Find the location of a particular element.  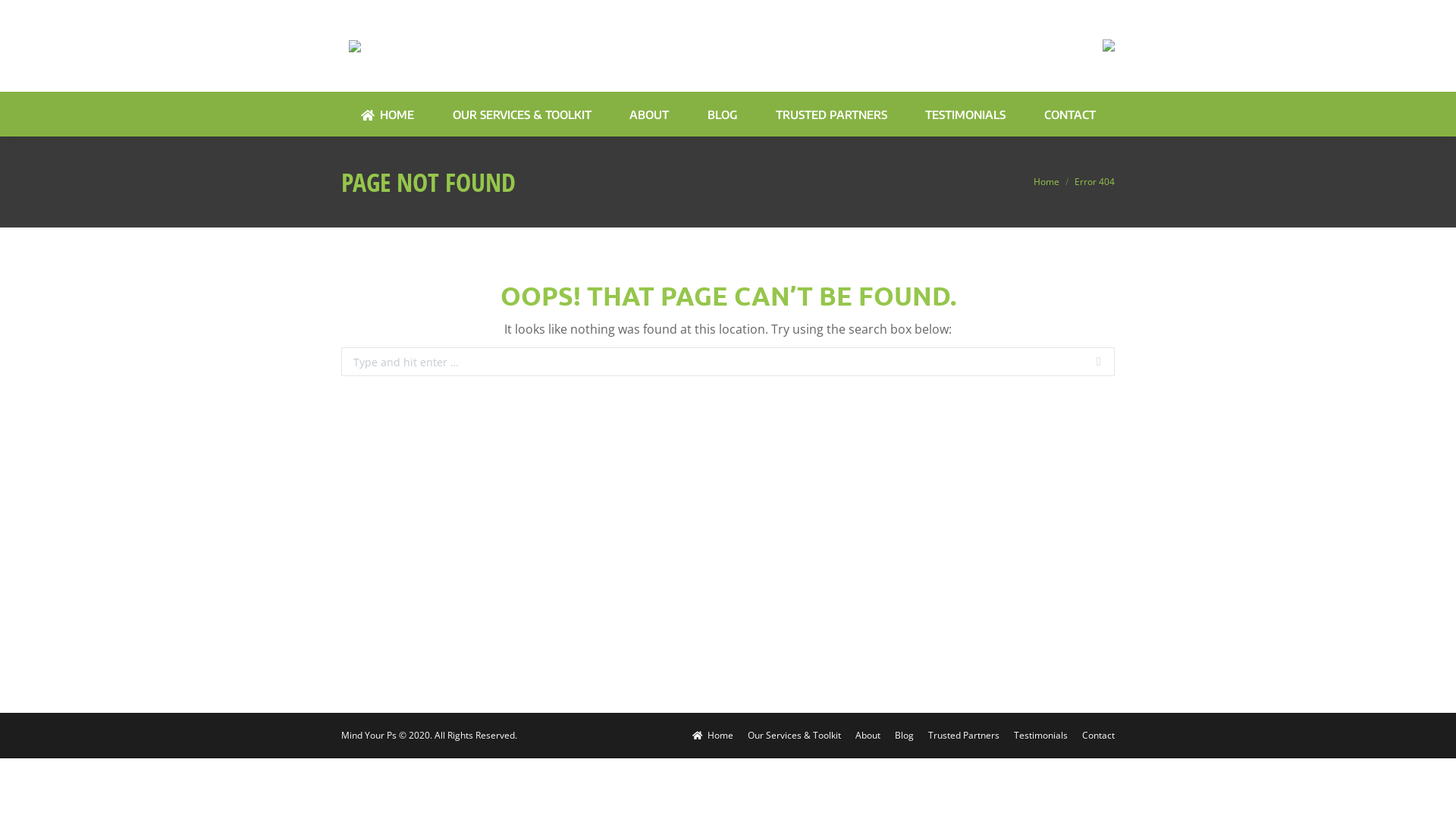

'Home' is located at coordinates (691, 734).